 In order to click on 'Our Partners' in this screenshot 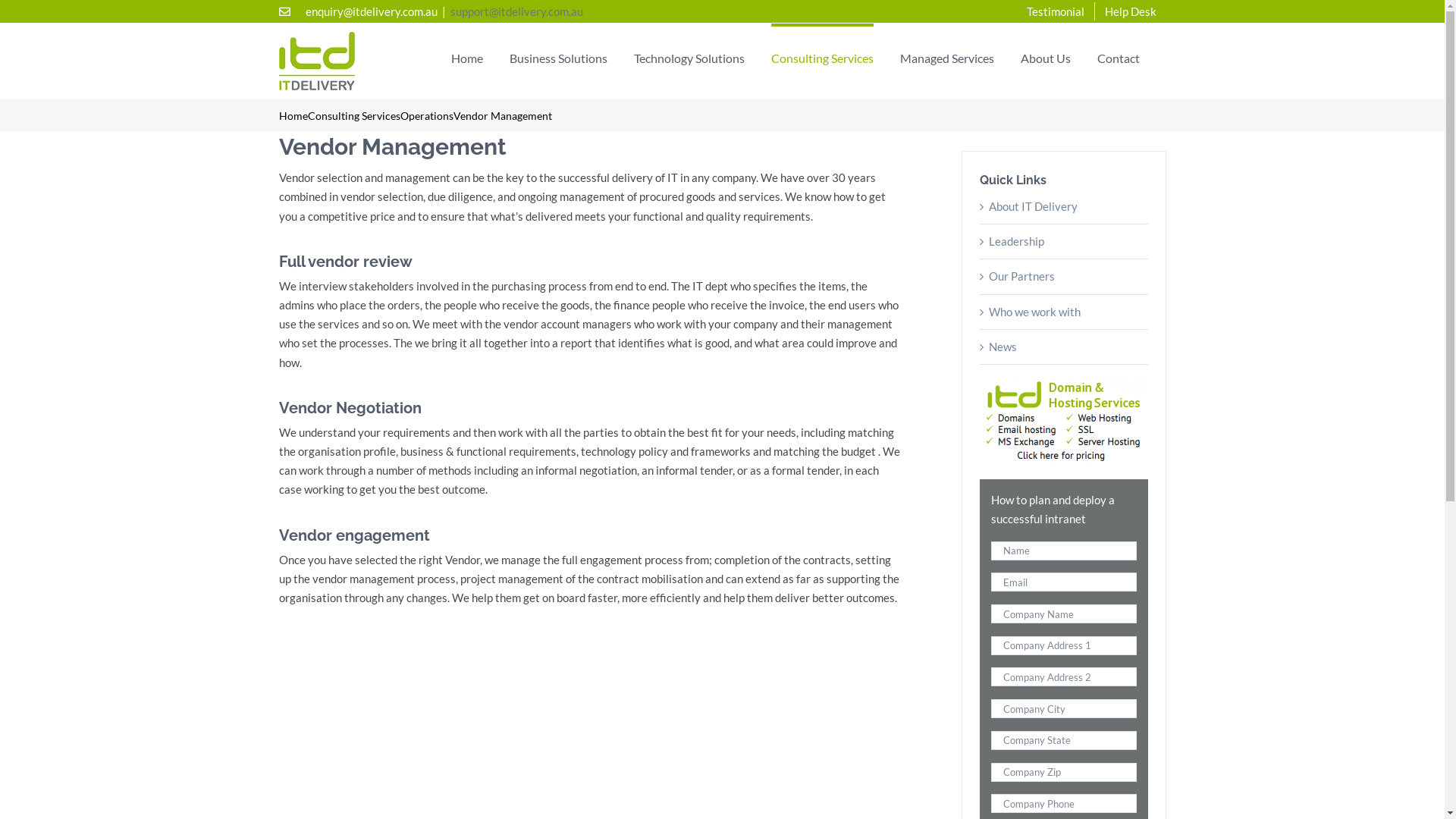, I will do `click(1021, 275)`.